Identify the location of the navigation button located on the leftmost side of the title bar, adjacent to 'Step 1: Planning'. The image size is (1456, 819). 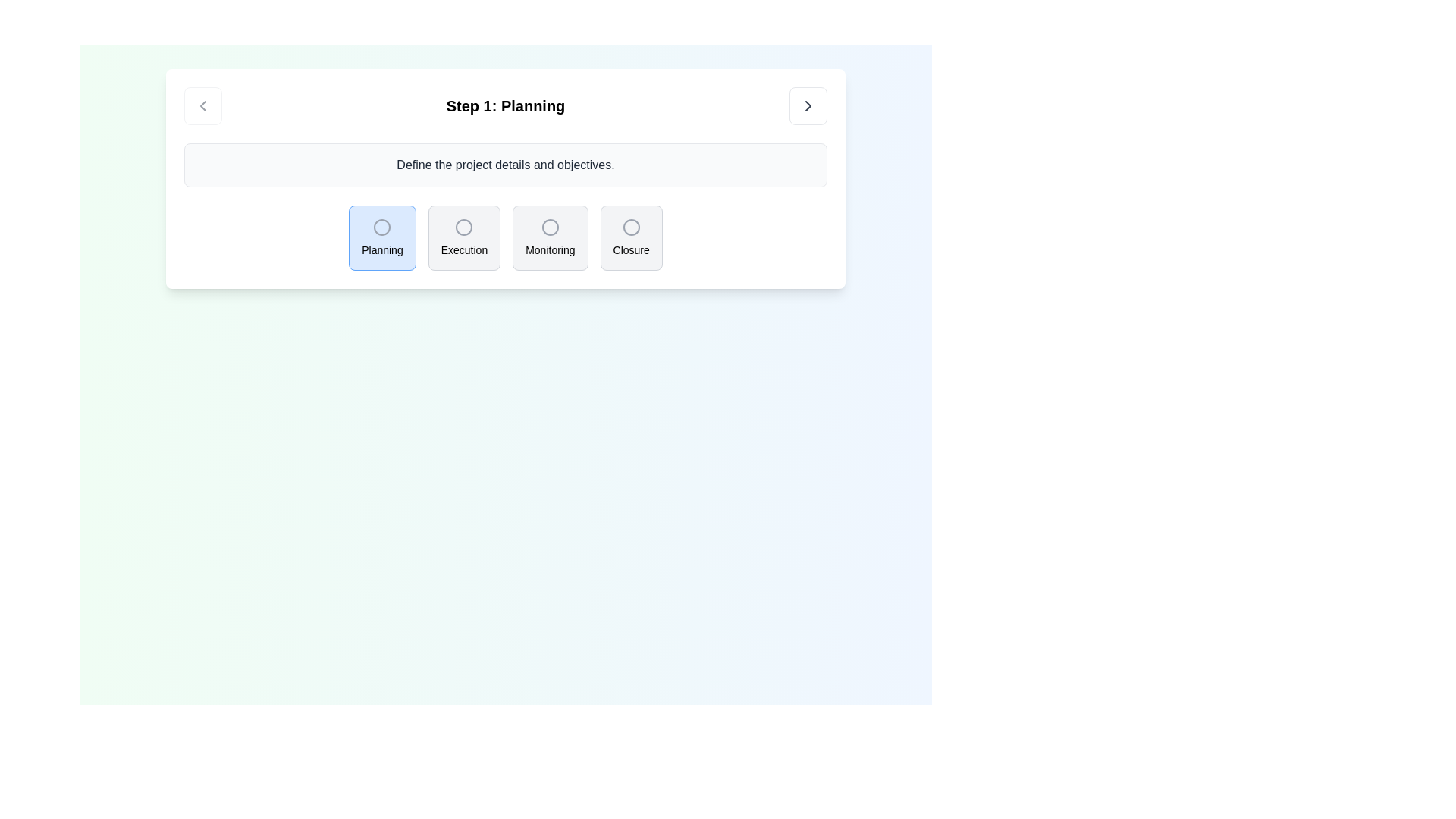
(202, 105).